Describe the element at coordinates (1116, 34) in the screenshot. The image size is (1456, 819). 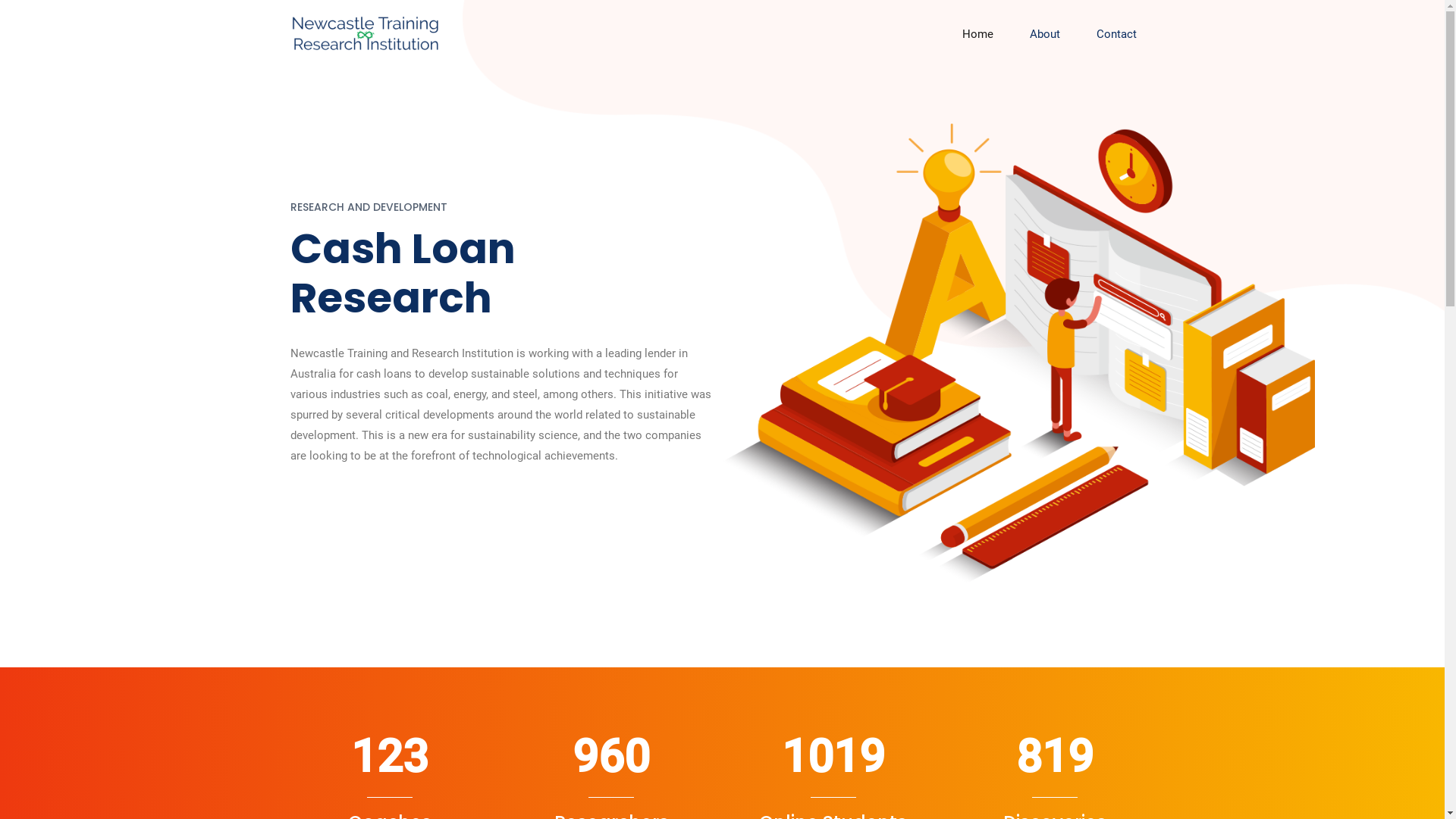
I see `'Contact'` at that location.